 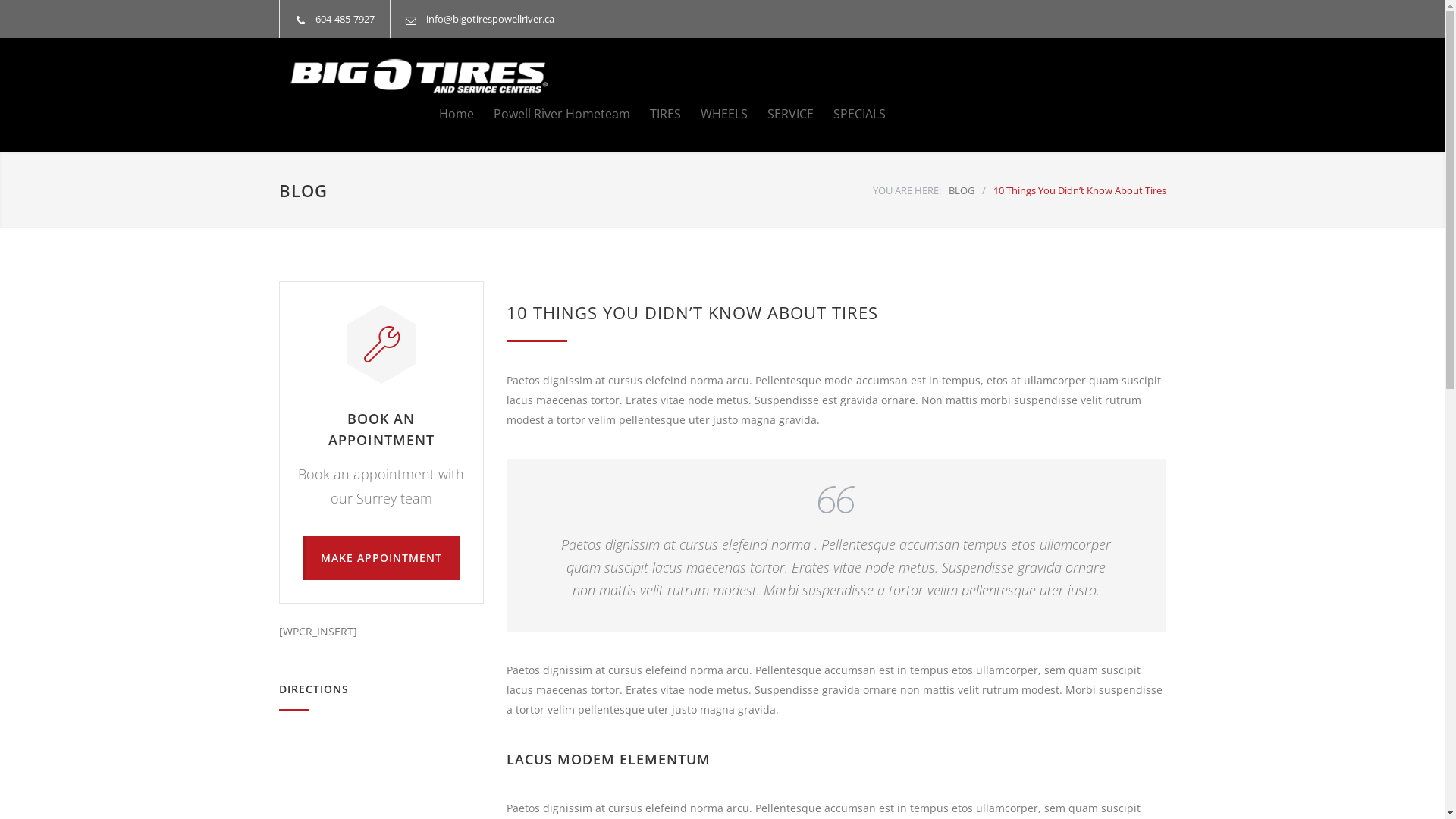 I want to click on 'Home', so click(x=437, y=113).